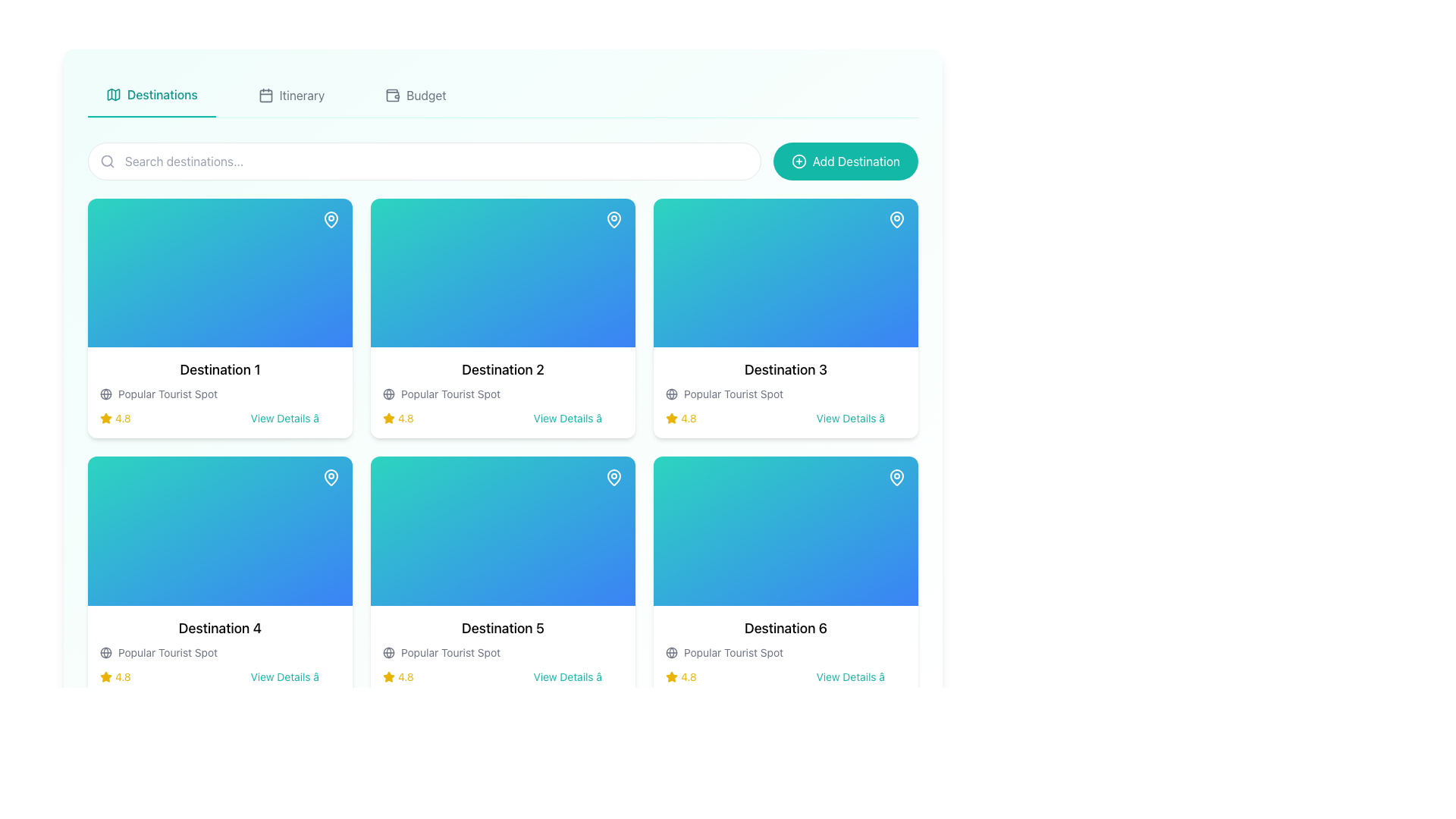  Describe the element at coordinates (115, 676) in the screenshot. I see `the Rating indicator, which consists of a yellow star icon and the numerical text '4.8', located under the 'Destination 4' card in the 'Popular Tourist Spot' section` at that location.